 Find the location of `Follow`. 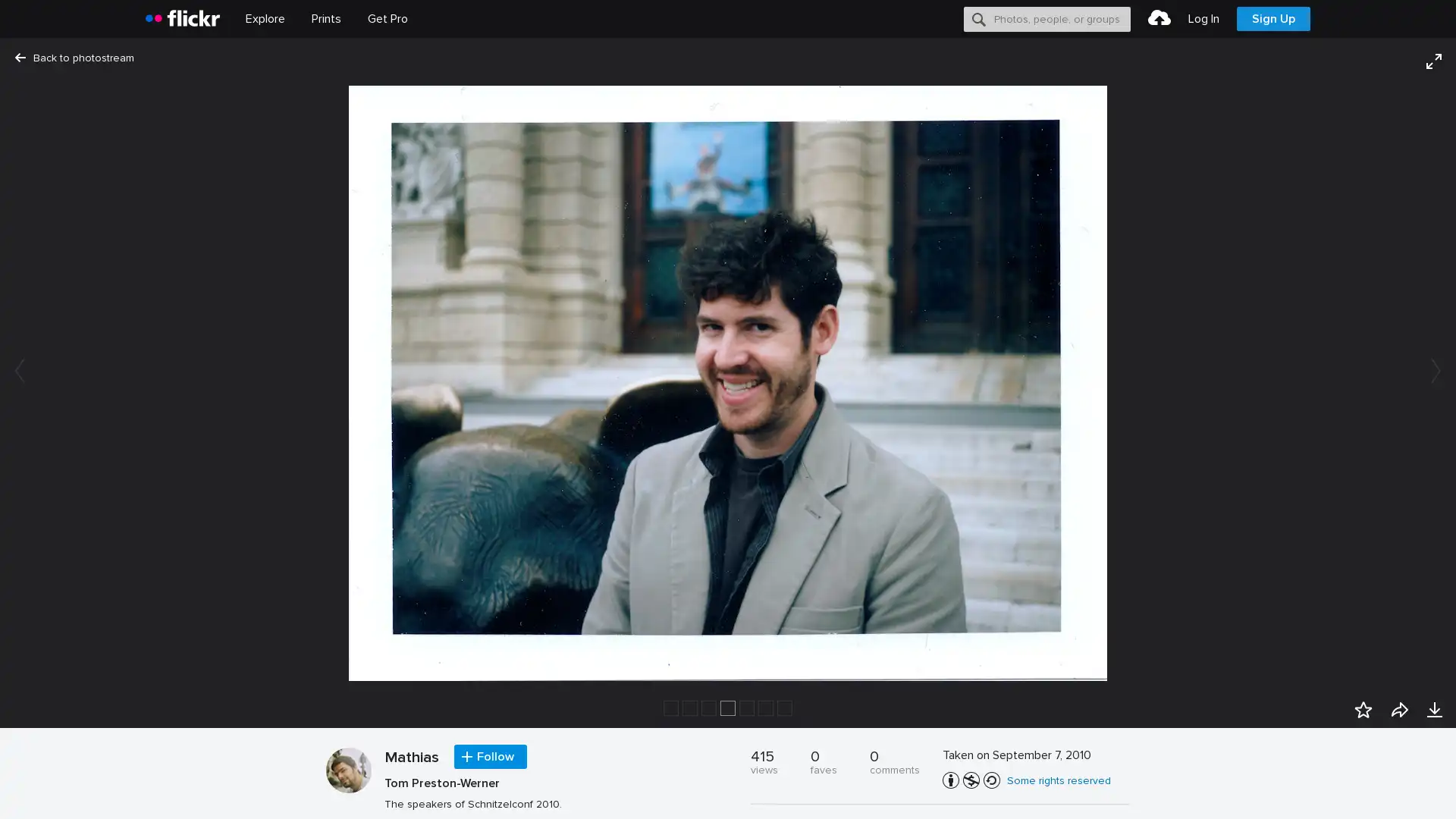

Follow is located at coordinates (491, 757).